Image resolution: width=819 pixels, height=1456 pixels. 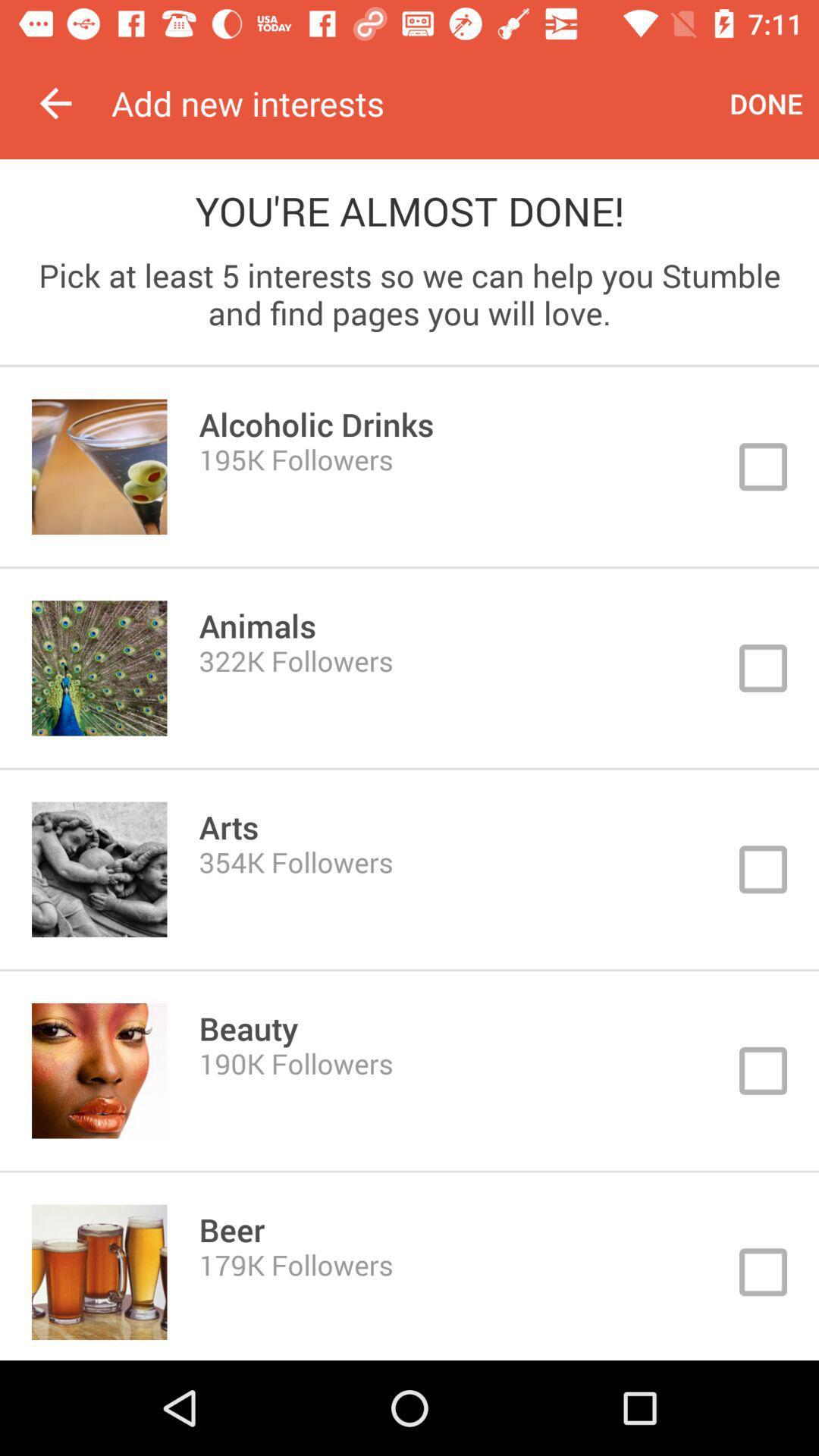 I want to click on the icon to the left of add new interests icon, so click(x=55, y=102).